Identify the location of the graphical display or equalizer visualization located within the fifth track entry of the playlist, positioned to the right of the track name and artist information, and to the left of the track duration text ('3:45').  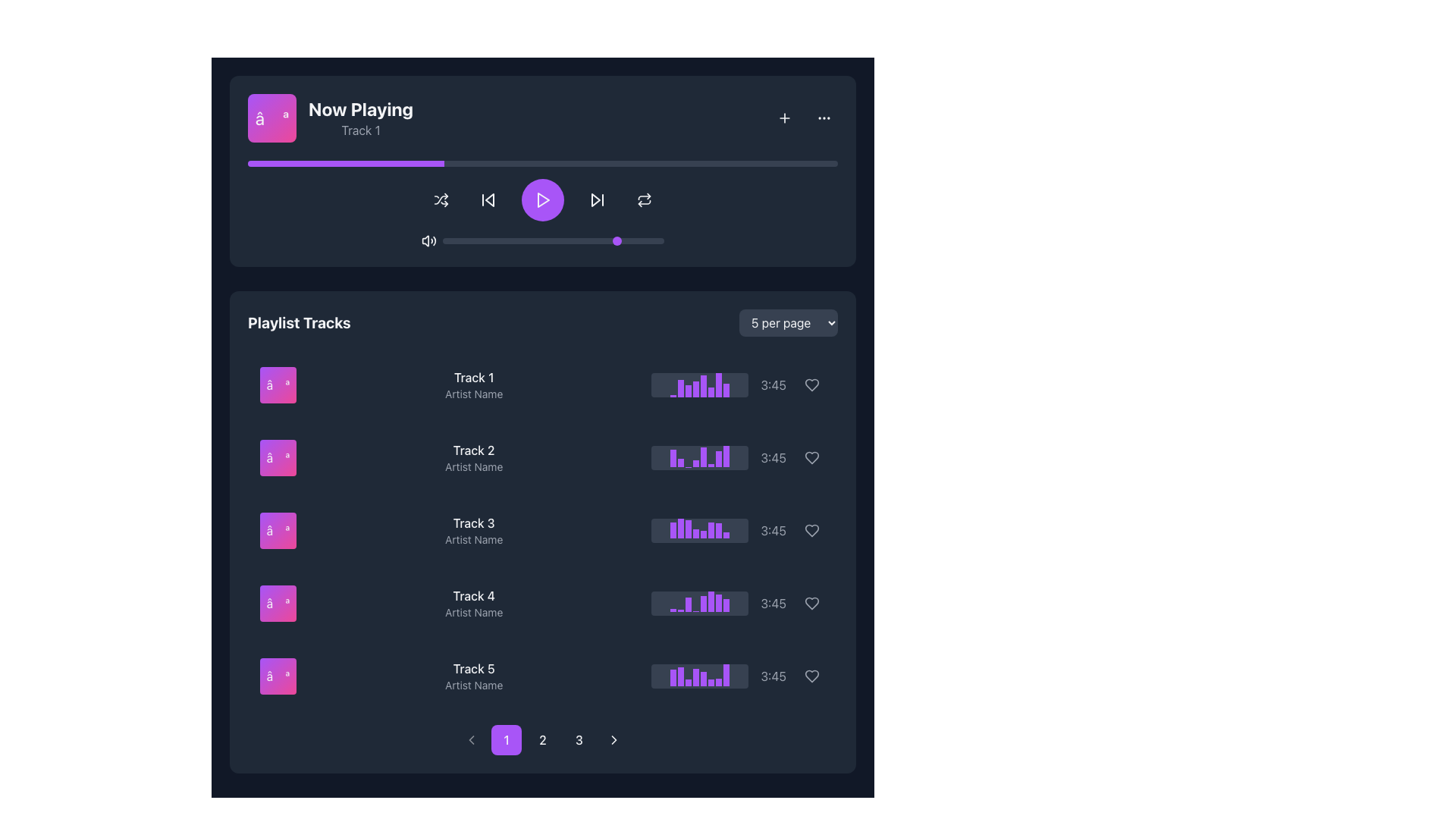
(699, 675).